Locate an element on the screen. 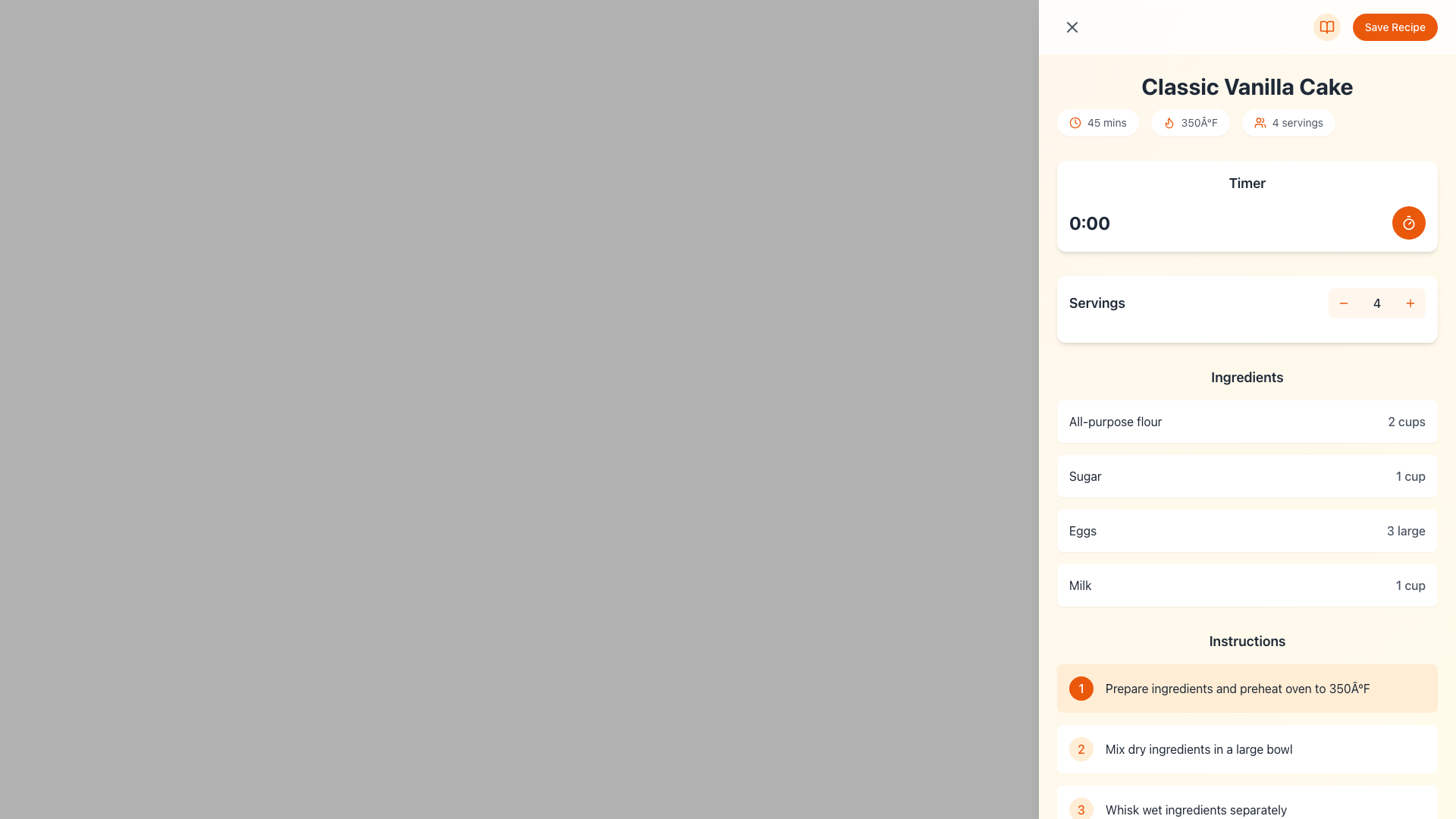 The height and width of the screenshot is (819, 1456). the Timer display, which shows a timer value ('0:00') and is located within a white card labeled 'Timer' is located at coordinates (1247, 222).